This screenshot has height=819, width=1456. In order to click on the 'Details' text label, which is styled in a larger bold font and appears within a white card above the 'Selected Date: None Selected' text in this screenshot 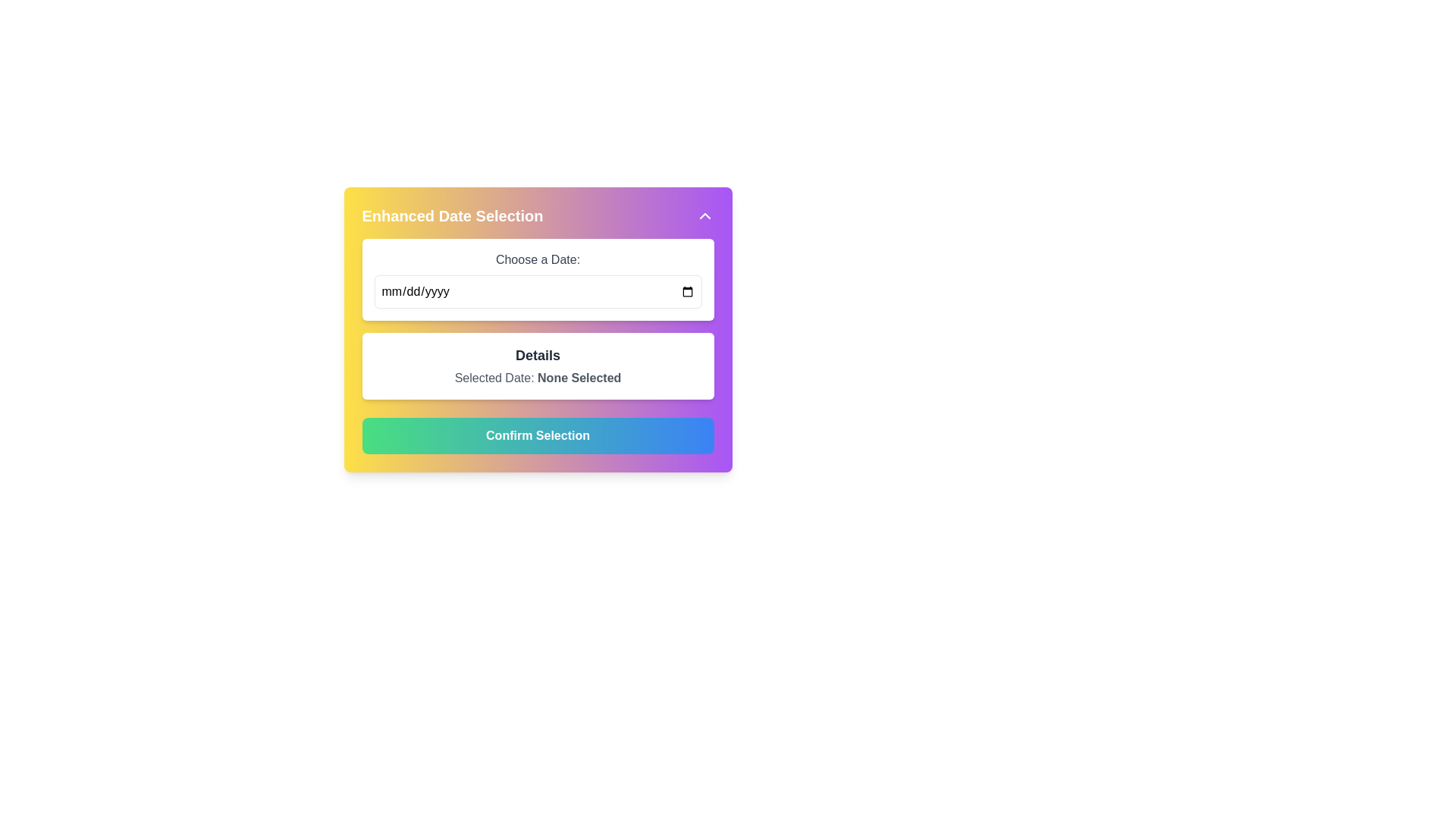, I will do `click(538, 356)`.